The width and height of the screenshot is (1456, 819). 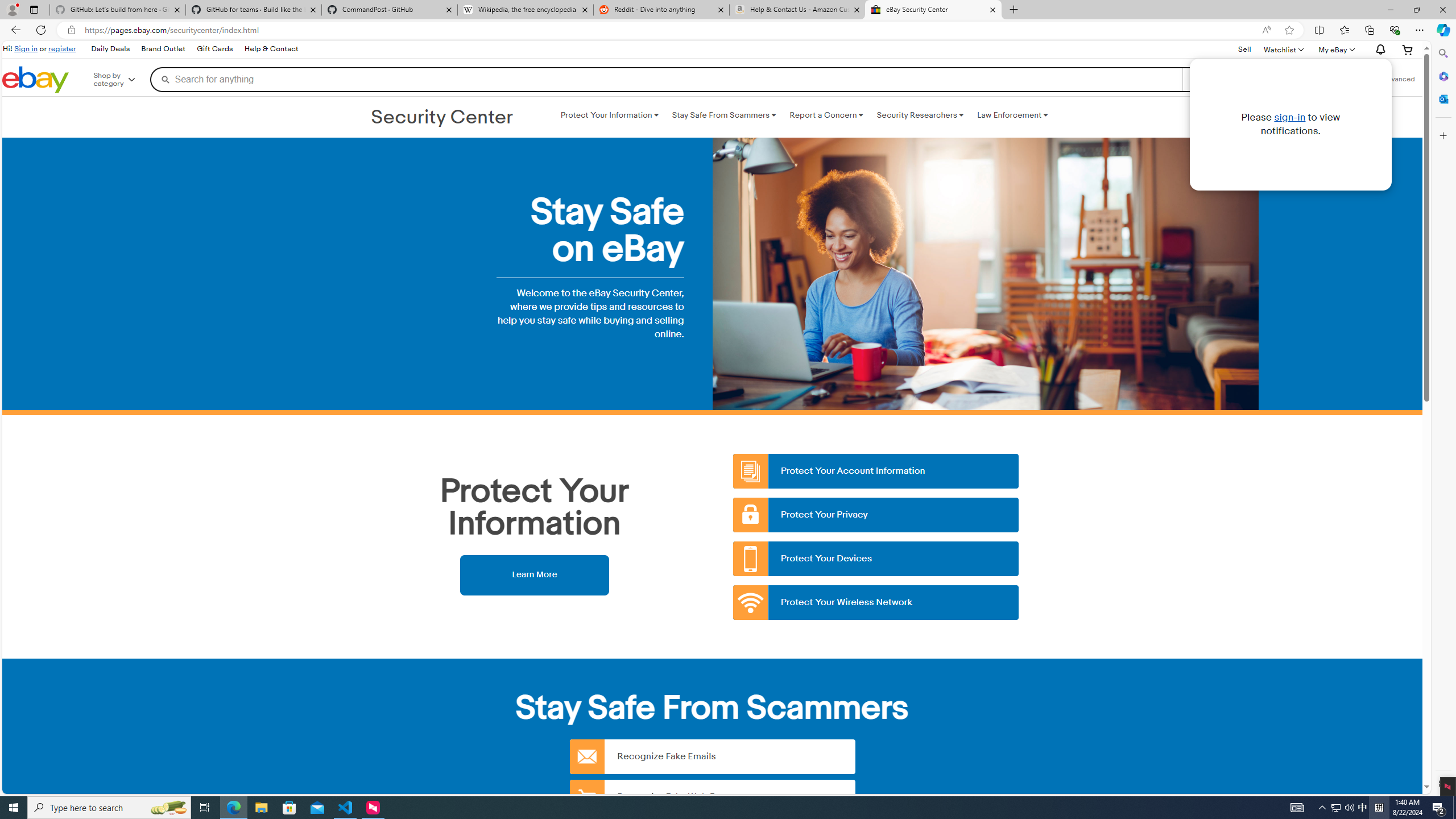 What do you see at coordinates (876, 514) in the screenshot?
I see `'Protect Your Privacy'` at bounding box center [876, 514].